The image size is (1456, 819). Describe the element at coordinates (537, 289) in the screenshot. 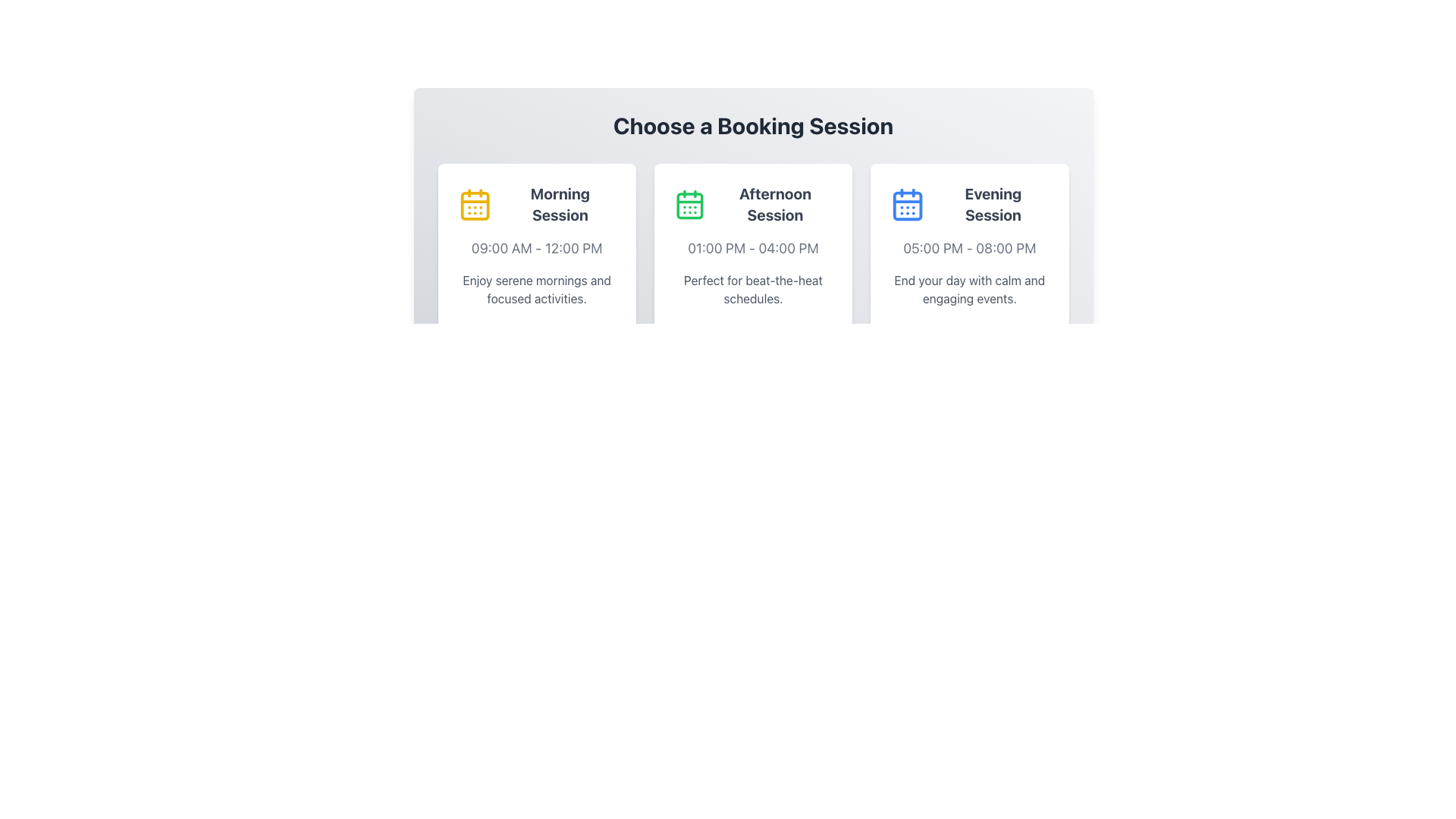

I see `the text component displaying 'Enjoy serene mornings and focused activities.' for additional actions` at that location.